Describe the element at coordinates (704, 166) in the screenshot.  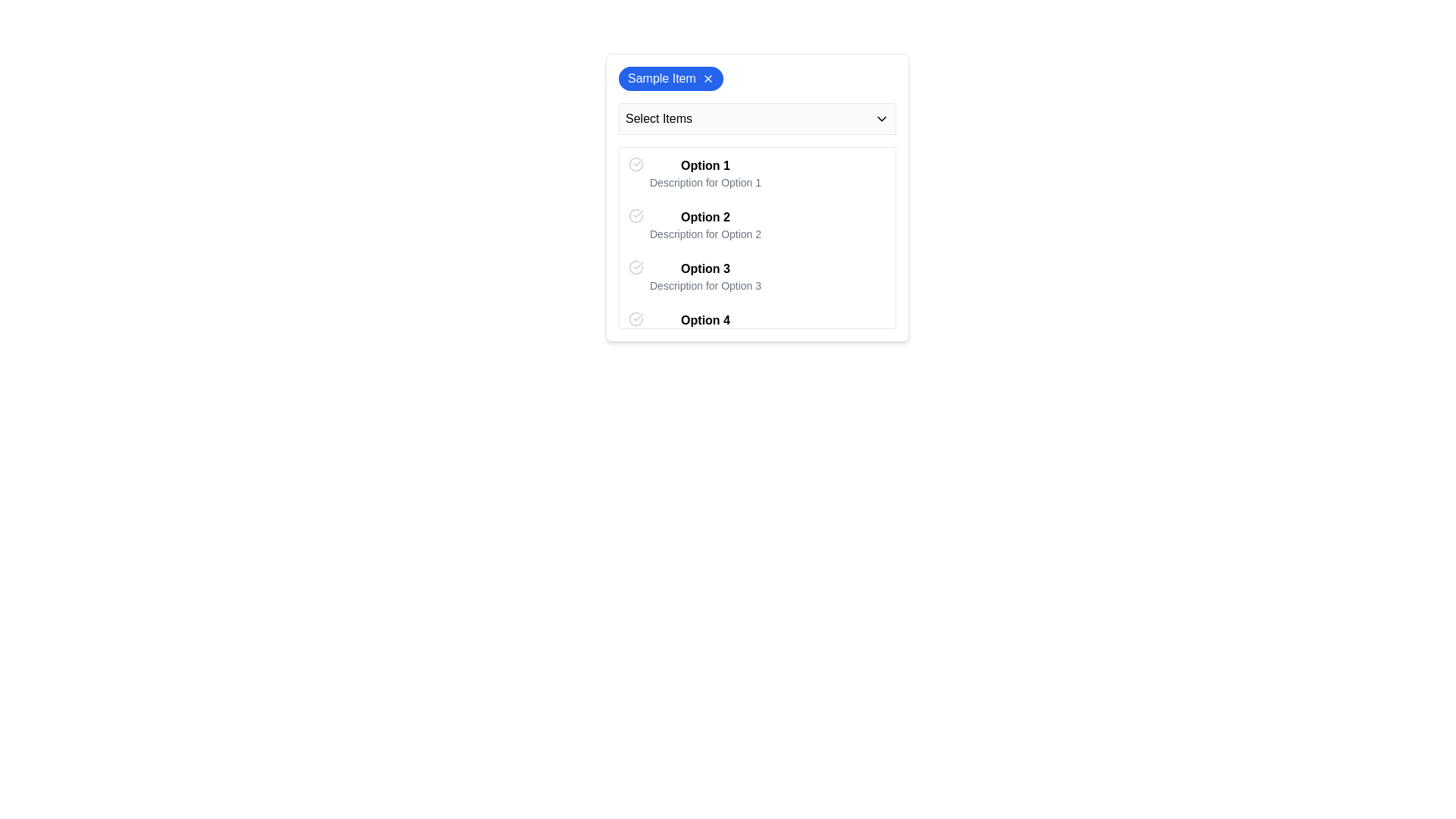
I see `the text label or header that serves as the title for the first selectable option in the dropdown list` at that location.